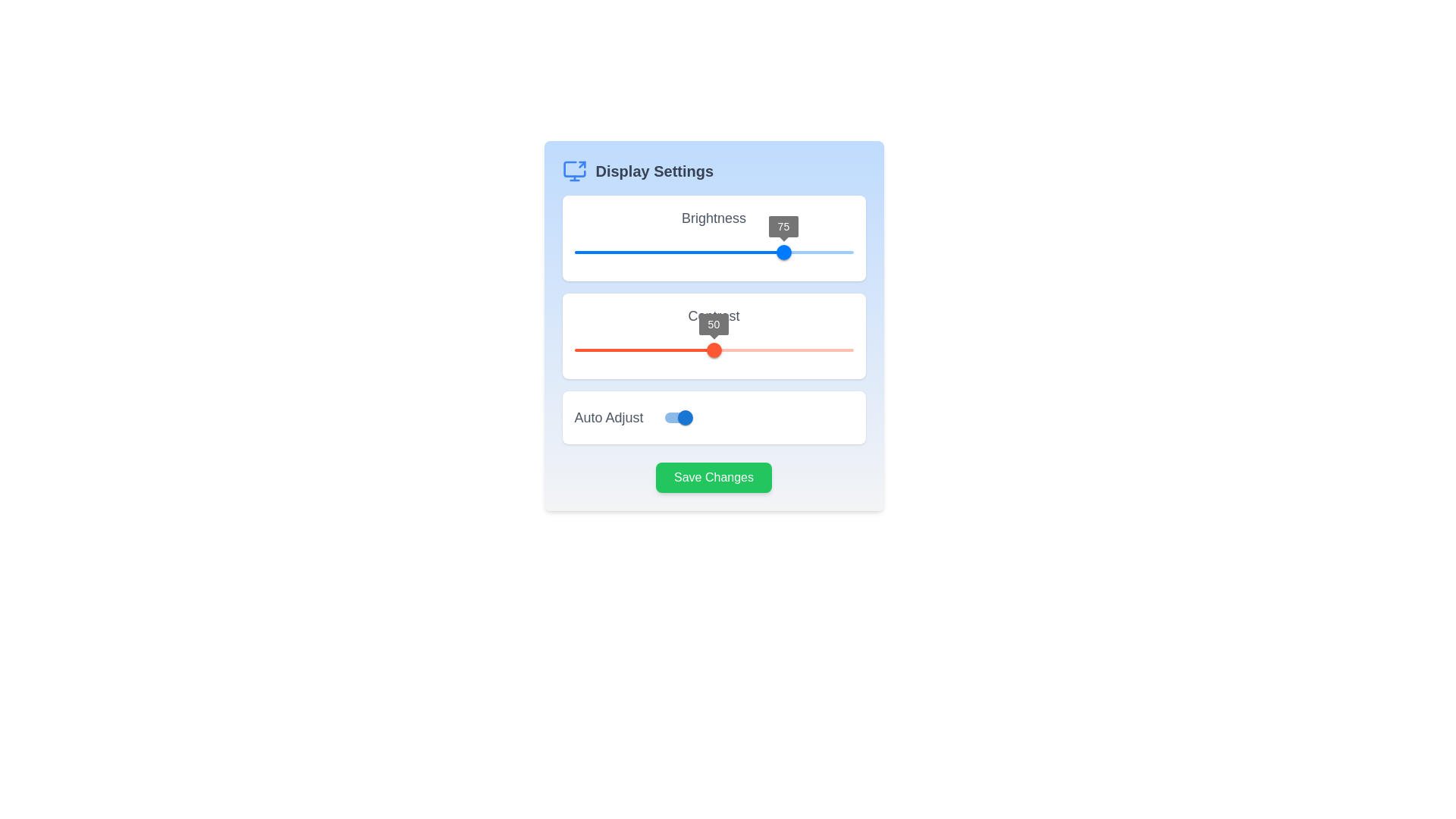 This screenshot has height=819, width=1456. What do you see at coordinates (713, 251) in the screenshot?
I see `the horizontal slider track located beneath the 'Brightness' label to reposition the thumb, which is currently indicating a value of '75'` at bounding box center [713, 251].